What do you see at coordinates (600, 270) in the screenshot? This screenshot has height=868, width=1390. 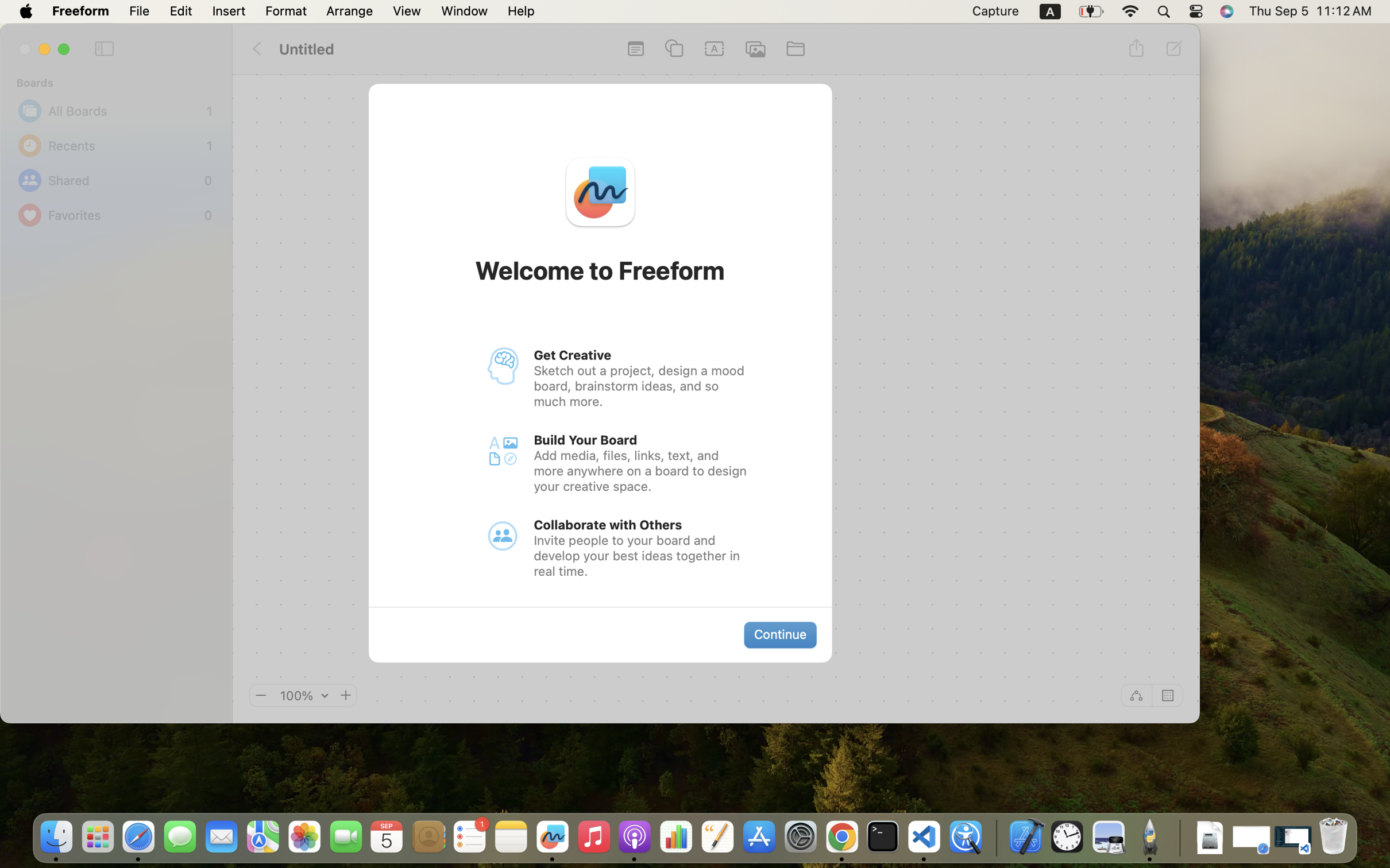 I see `'Welcome to Freeform'` at bounding box center [600, 270].